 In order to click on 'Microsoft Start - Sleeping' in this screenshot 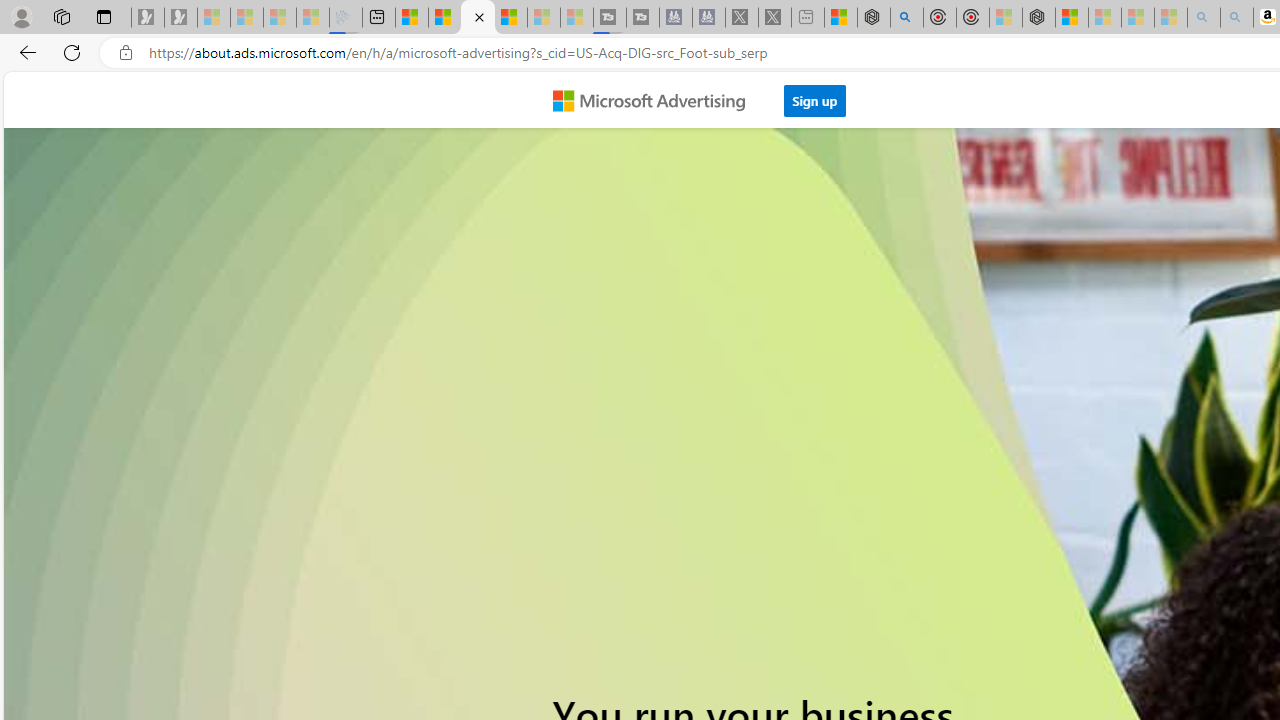, I will do `click(544, 17)`.